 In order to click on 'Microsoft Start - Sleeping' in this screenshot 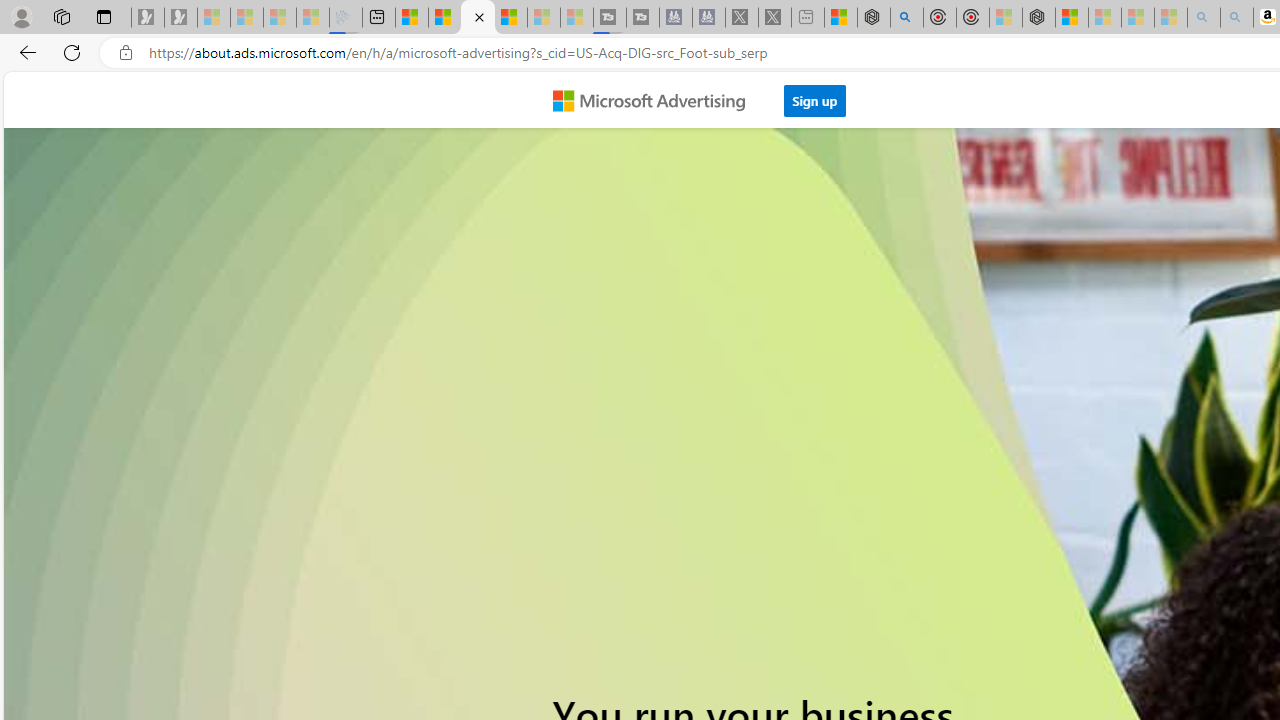, I will do `click(544, 17)`.